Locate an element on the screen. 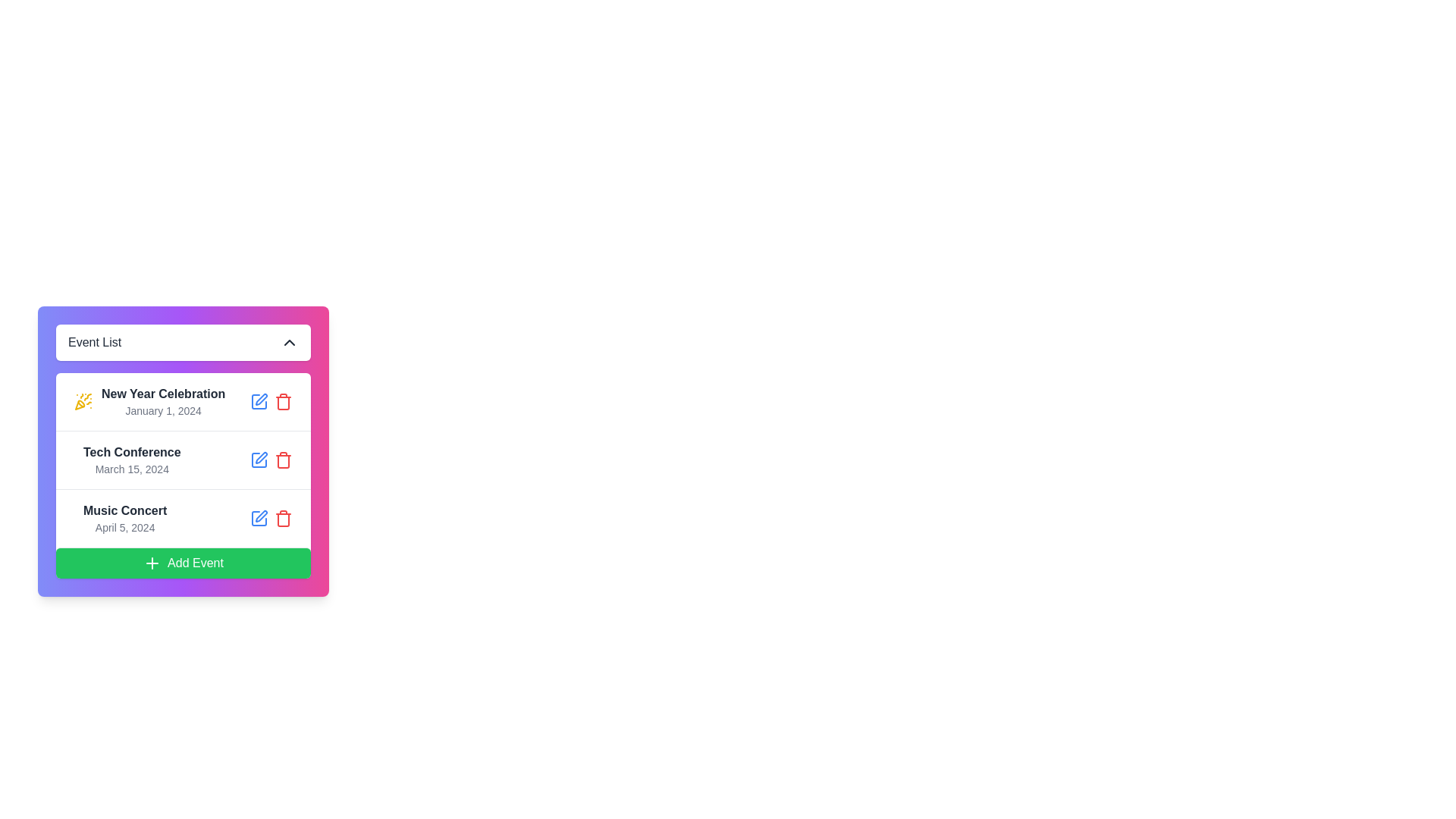 The image size is (1456, 819). the edit icon located on the second row of the Event List interface, next to the delete icon is located at coordinates (259, 400).